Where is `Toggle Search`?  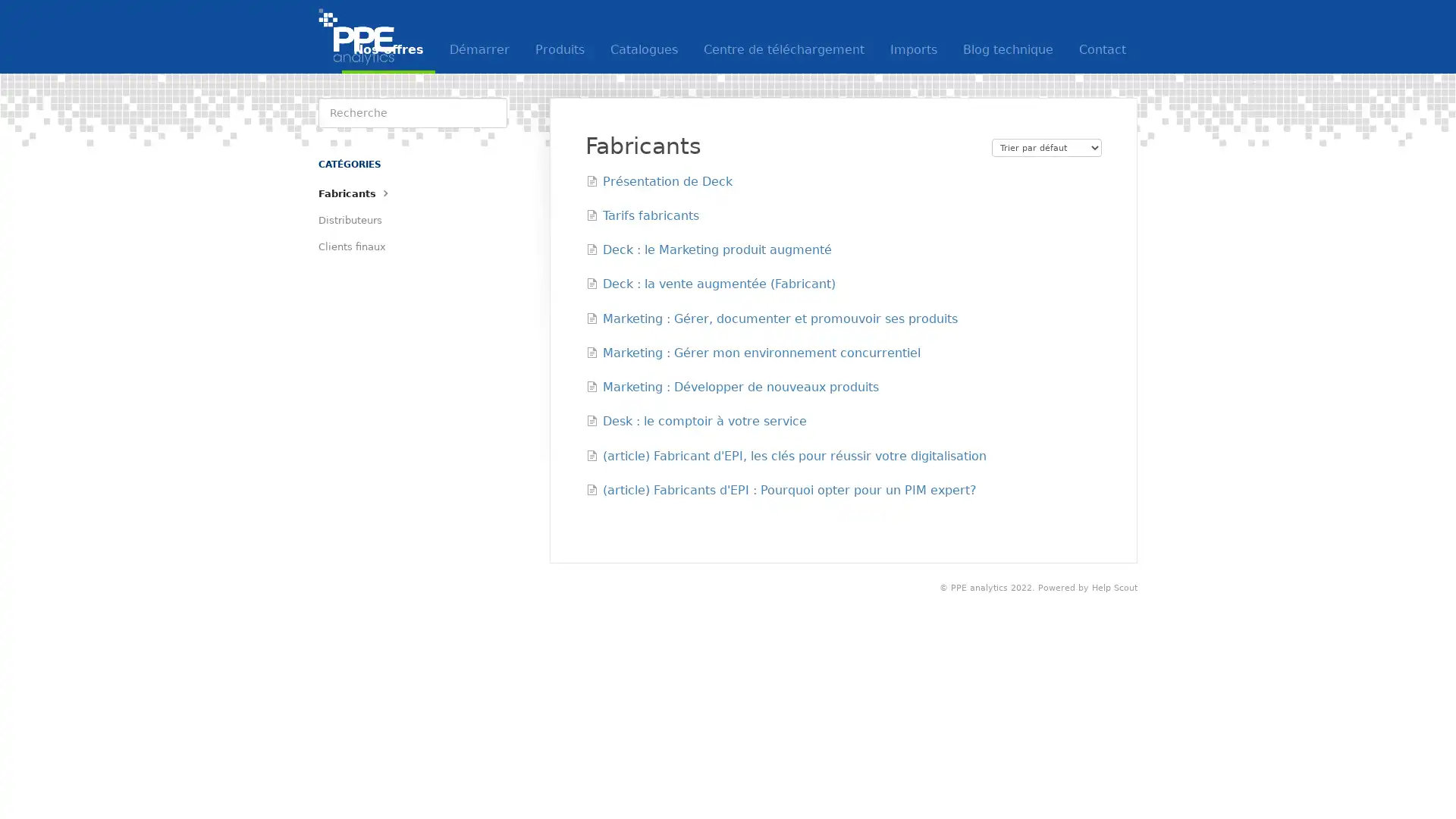
Toggle Search is located at coordinates (491, 112).